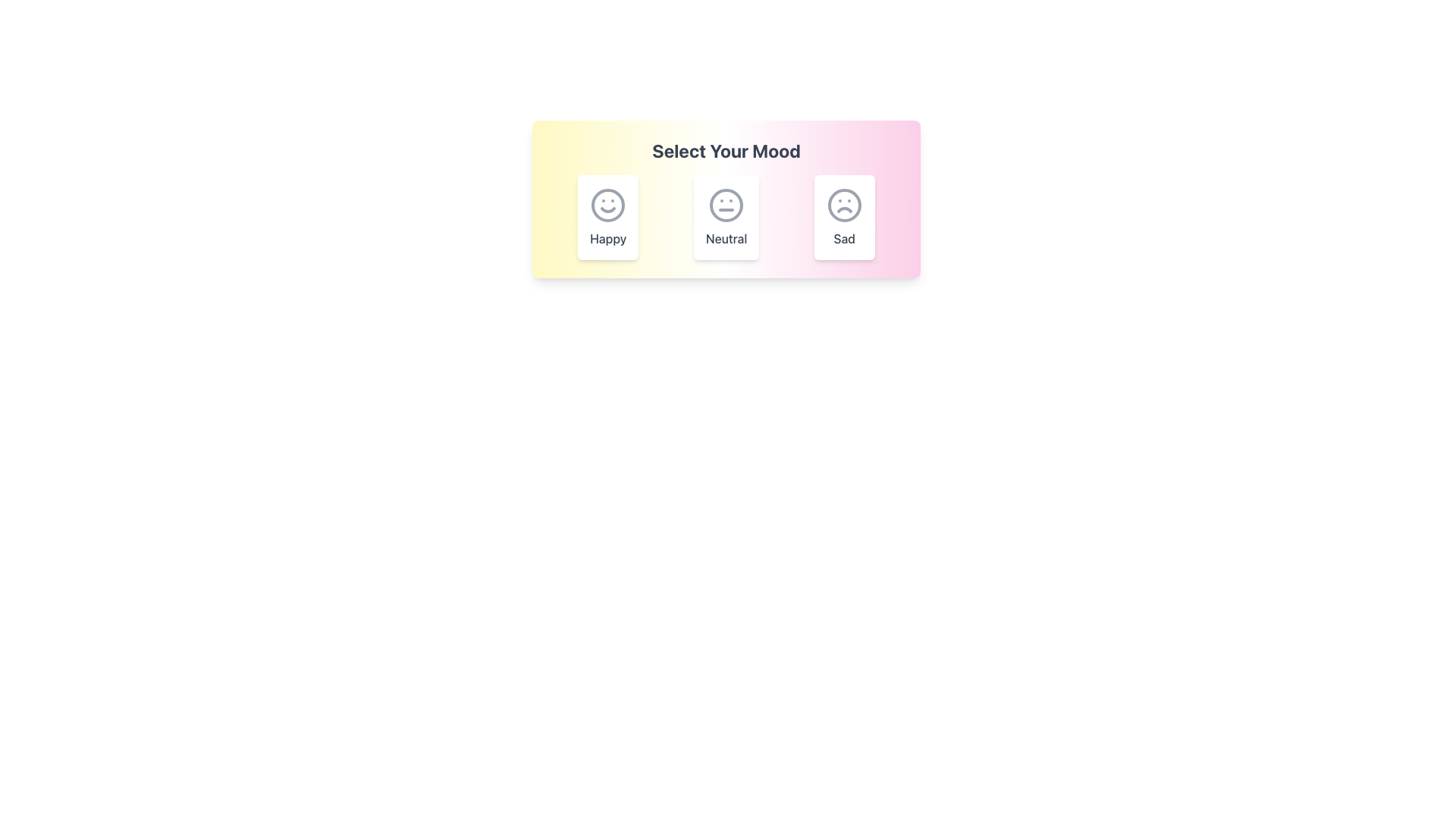 The width and height of the screenshot is (1456, 819). I want to click on the 'Neutral' emotion icon in the mood selection interface, so click(726, 205).